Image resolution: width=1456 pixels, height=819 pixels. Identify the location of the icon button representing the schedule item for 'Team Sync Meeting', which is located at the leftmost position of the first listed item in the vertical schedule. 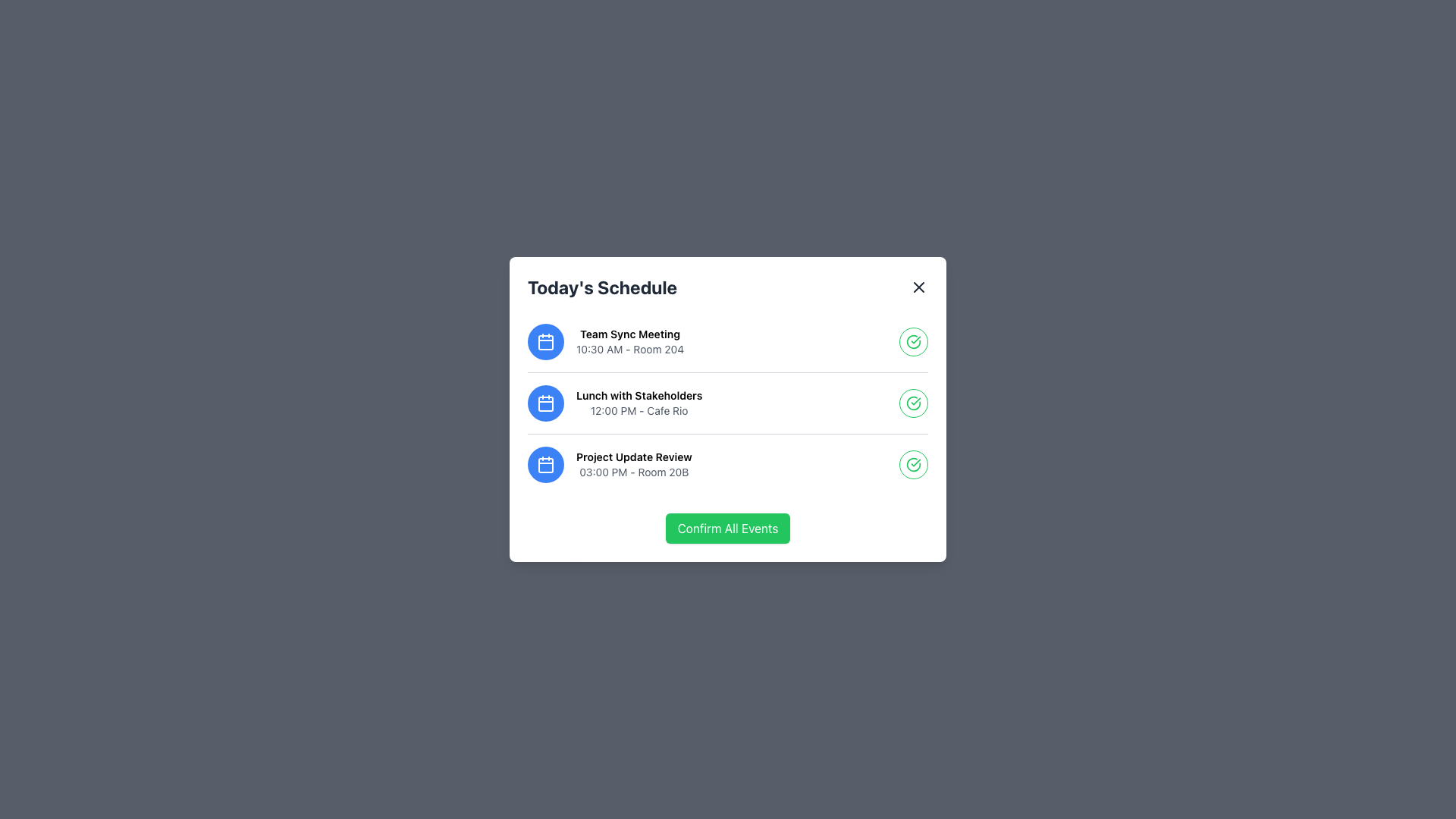
(546, 342).